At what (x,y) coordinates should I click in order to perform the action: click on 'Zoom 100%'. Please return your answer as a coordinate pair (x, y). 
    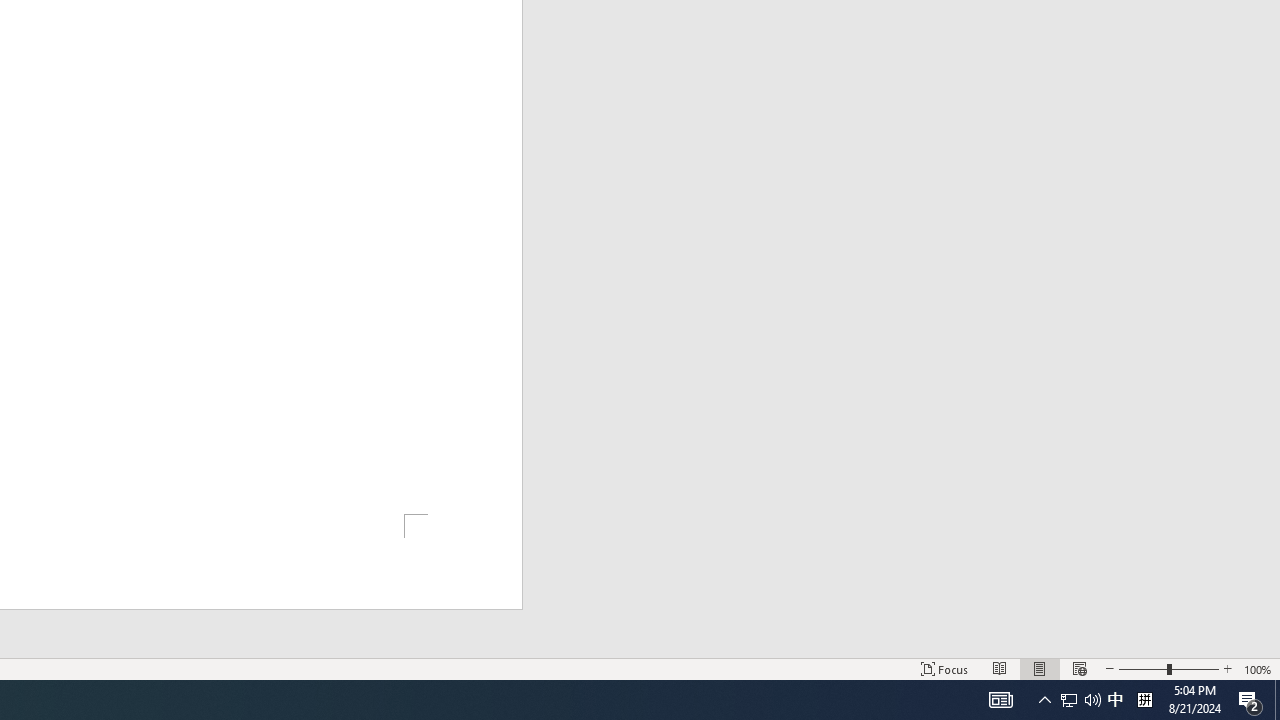
    Looking at the image, I should click on (1257, 669).